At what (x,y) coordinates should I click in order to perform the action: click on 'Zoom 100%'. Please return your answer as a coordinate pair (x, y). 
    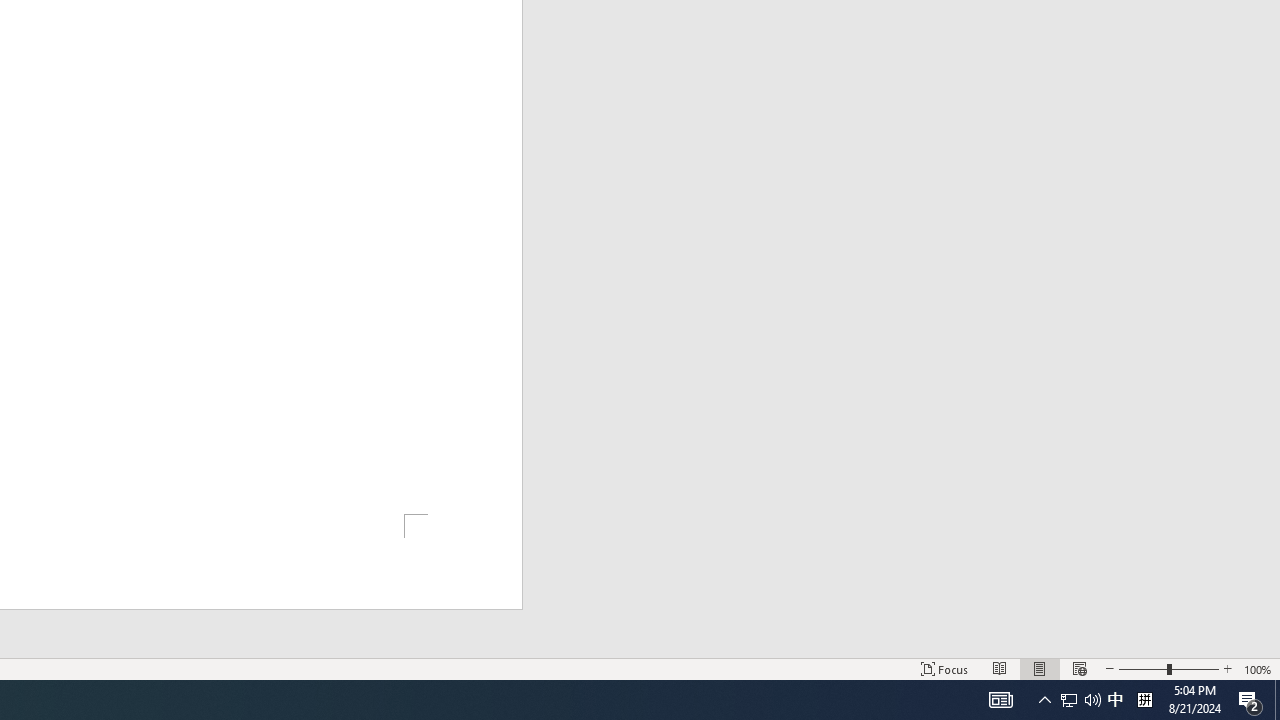
    Looking at the image, I should click on (1257, 669).